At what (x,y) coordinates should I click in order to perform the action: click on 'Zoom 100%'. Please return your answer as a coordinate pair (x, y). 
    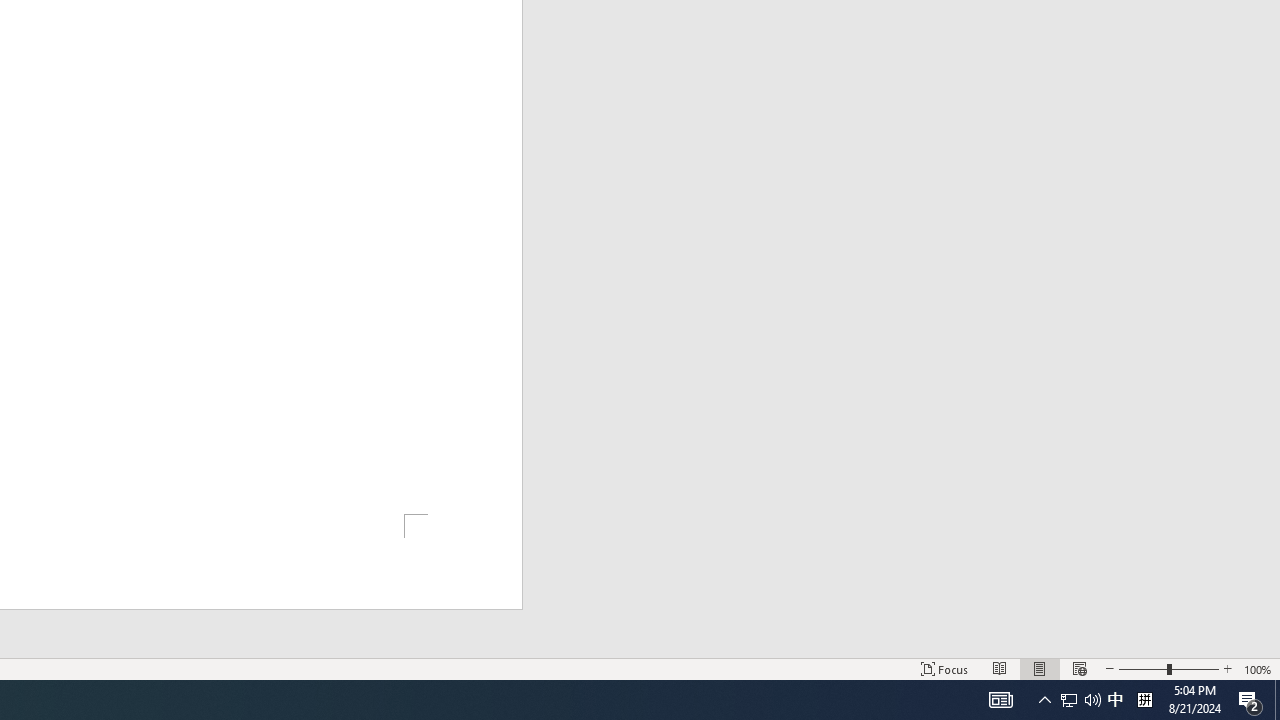
    Looking at the image, I should click on (1257, 669).